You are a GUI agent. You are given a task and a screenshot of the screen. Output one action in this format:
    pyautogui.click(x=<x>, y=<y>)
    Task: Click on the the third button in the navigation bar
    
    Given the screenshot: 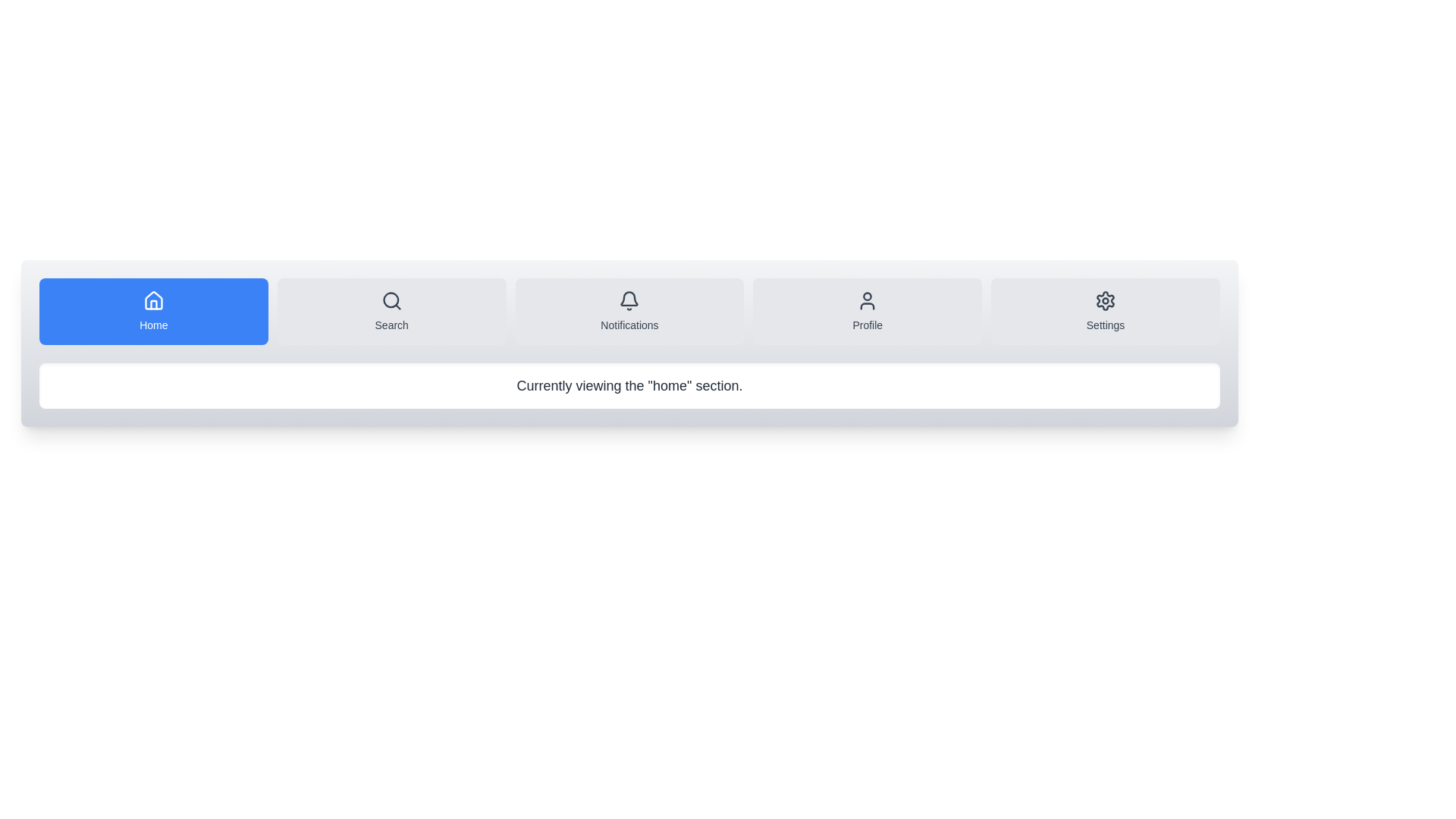 What is the action you would take?
    pyautogui.click(x=629, y=311)
    